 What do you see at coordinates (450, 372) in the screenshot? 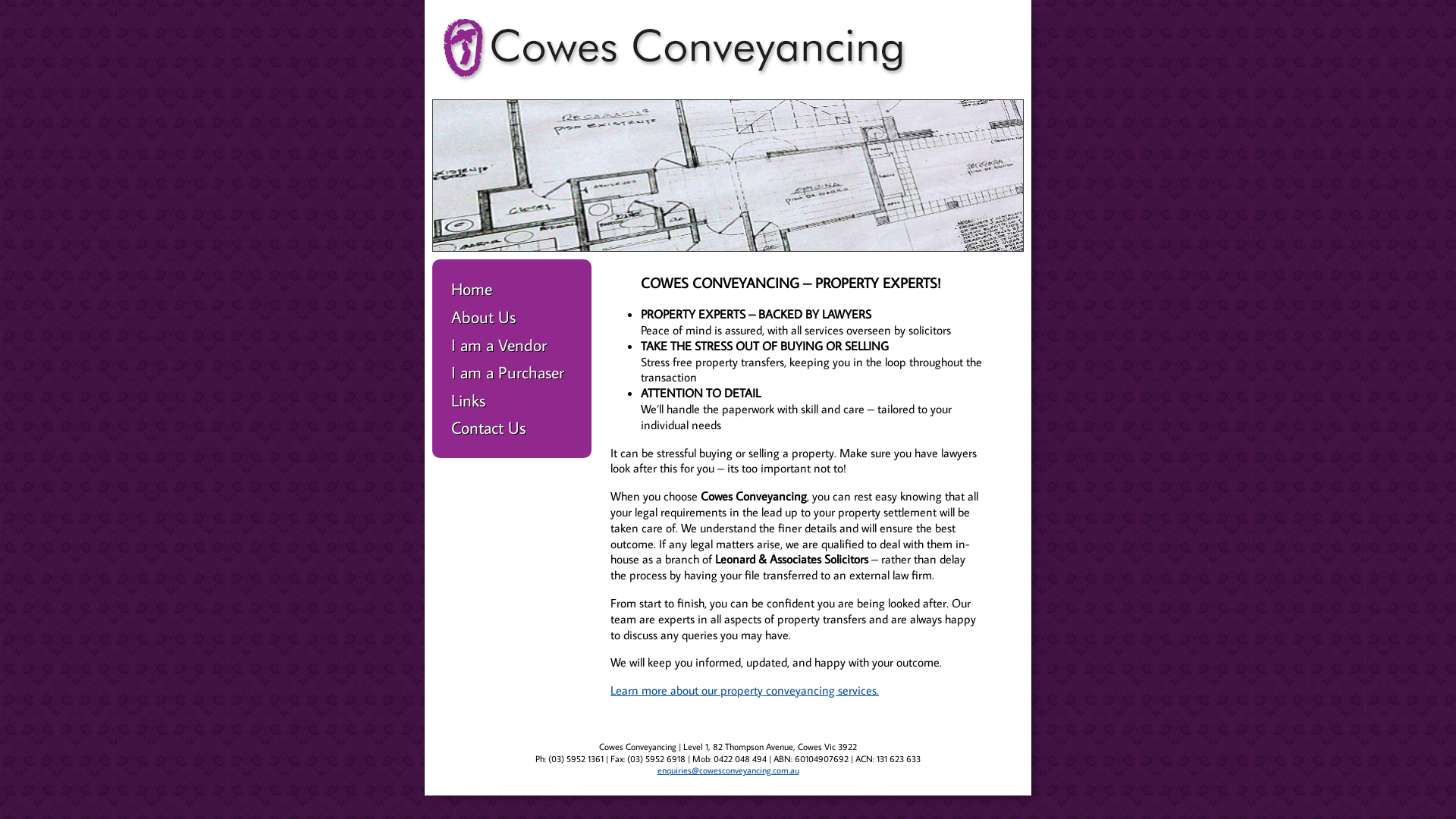
I see `'I am a Purchaser'` at bounding box center [450, 372].